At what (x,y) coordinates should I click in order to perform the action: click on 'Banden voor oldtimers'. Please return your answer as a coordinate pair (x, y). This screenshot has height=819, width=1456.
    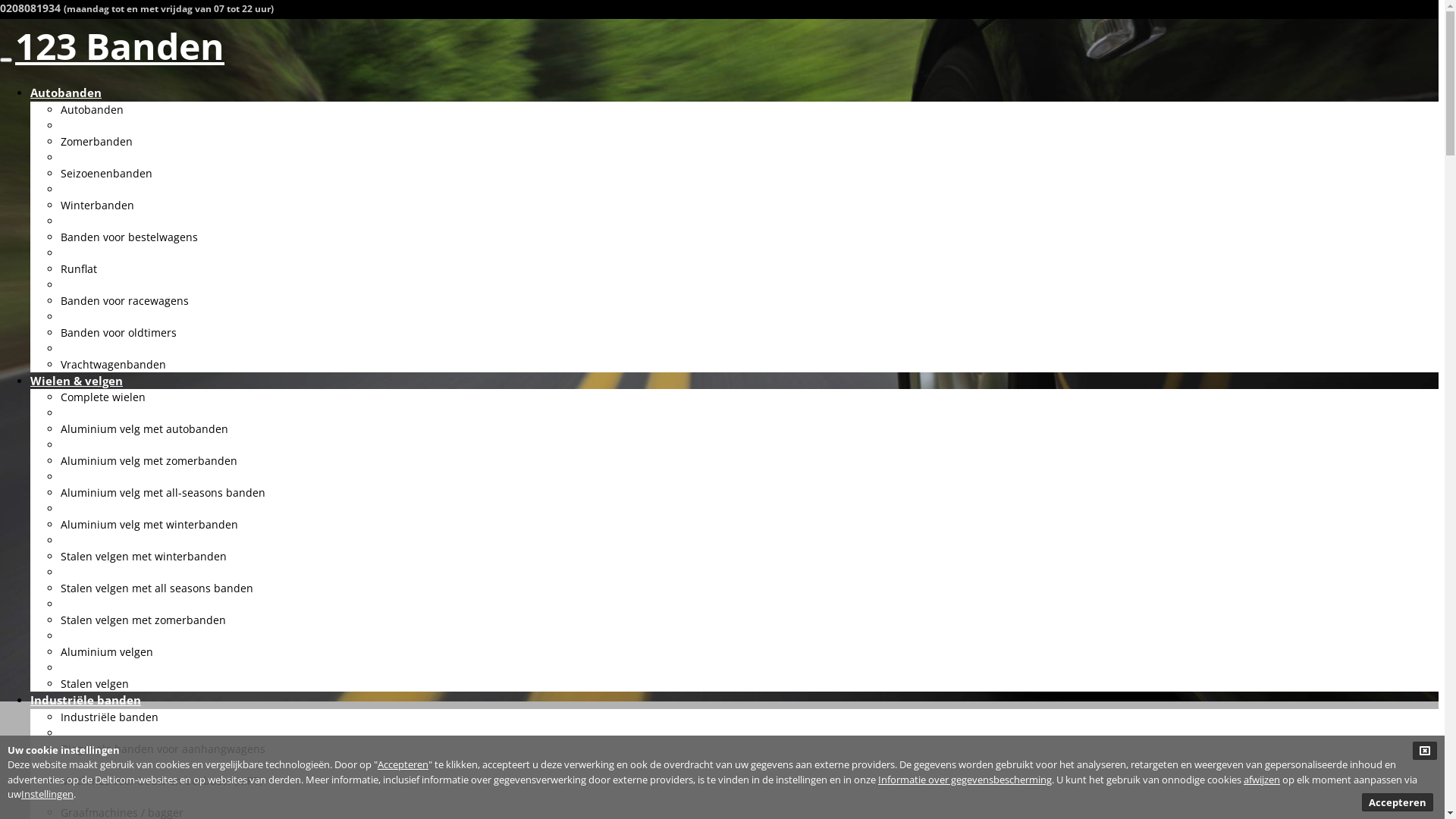
    Looking at the image, I should click on (118, 331).